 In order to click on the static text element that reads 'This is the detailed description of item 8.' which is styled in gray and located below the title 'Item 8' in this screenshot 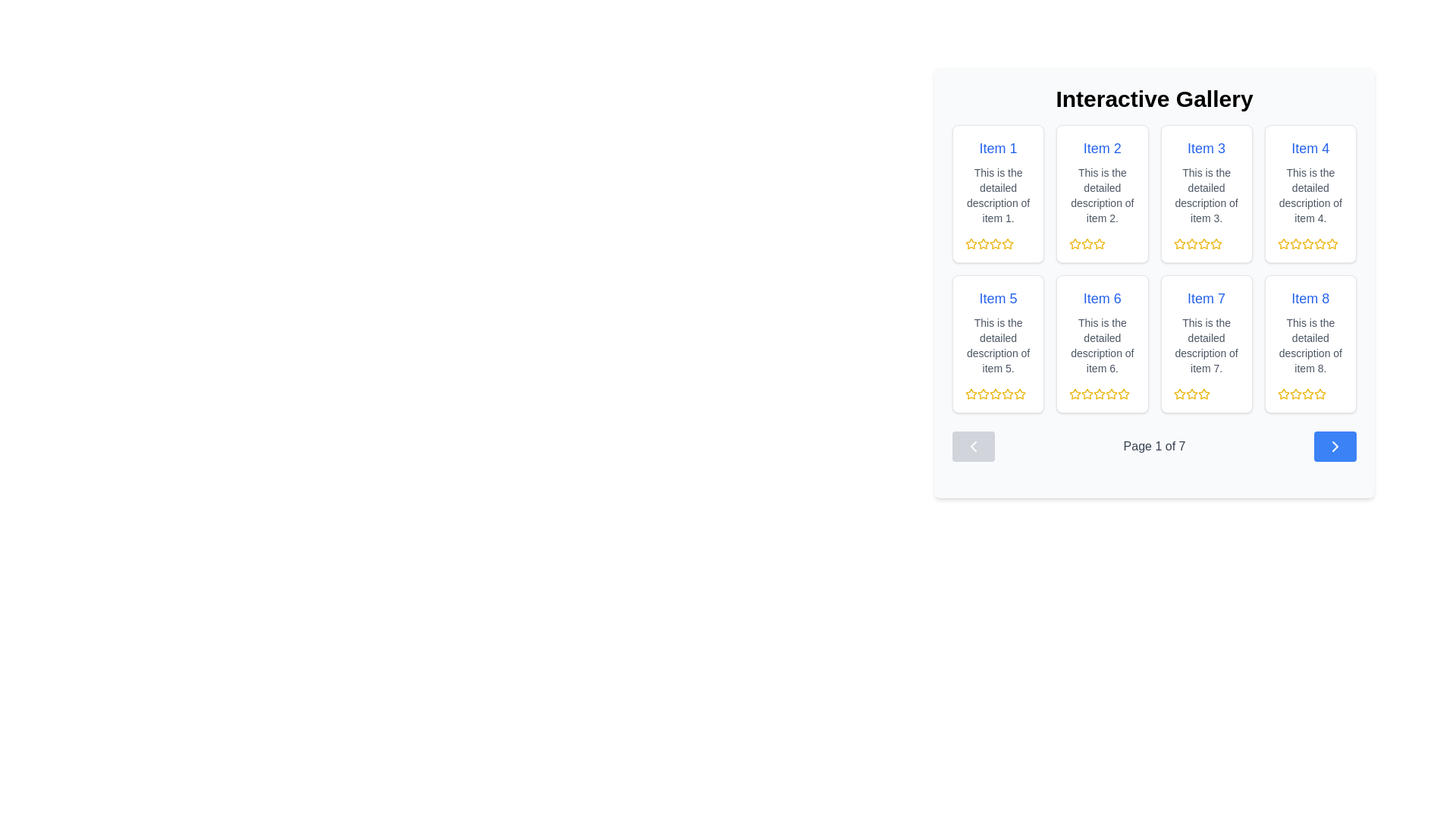, I will do `click(1310, 345)`.